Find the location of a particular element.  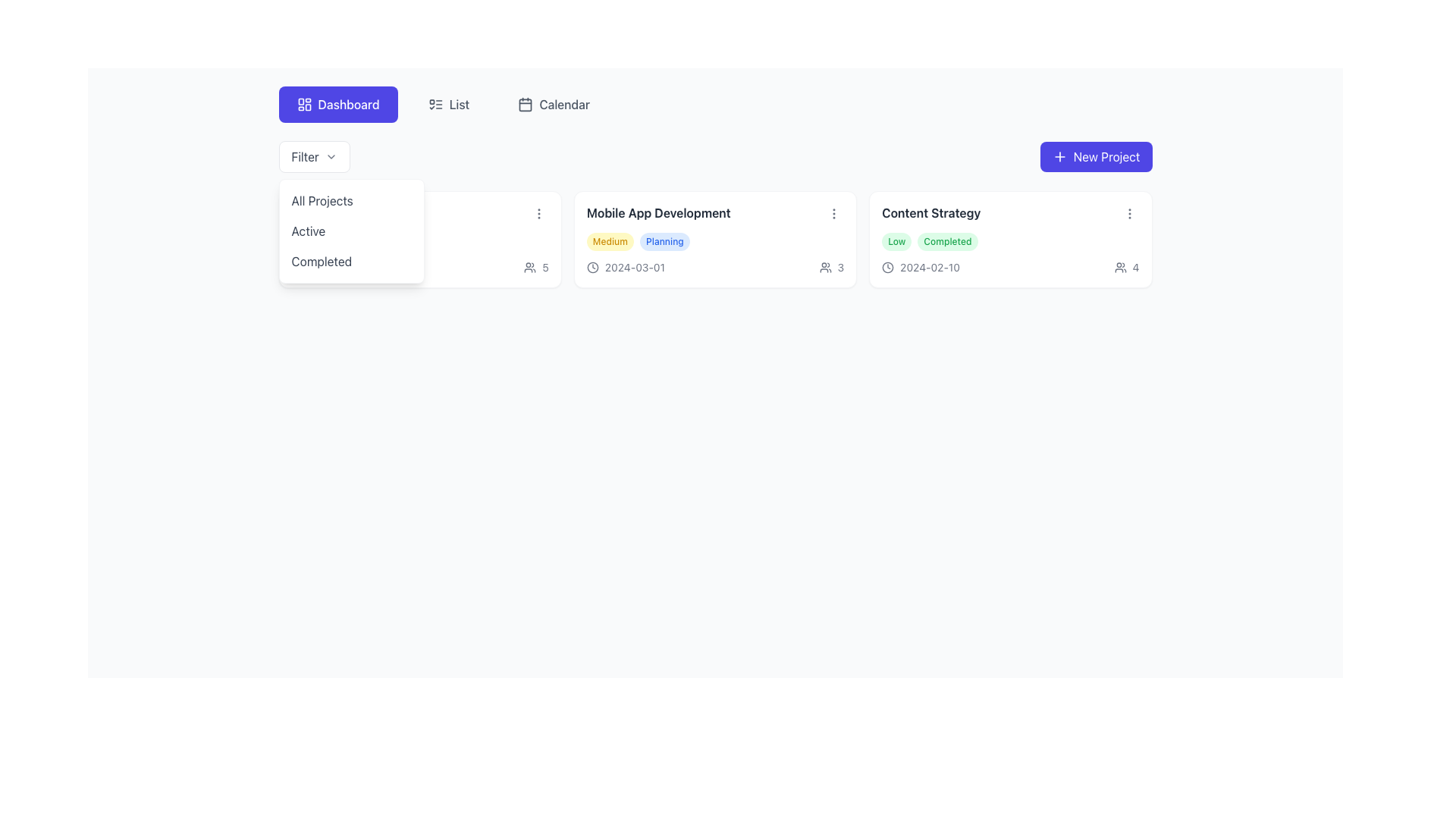

the calendar icon, which is a black-and-white minimalist design with a square outline and a grid, located in the navigation bar to the right of the 'List' button and before the 'Calendar' label is located at coordinates (526, 104).